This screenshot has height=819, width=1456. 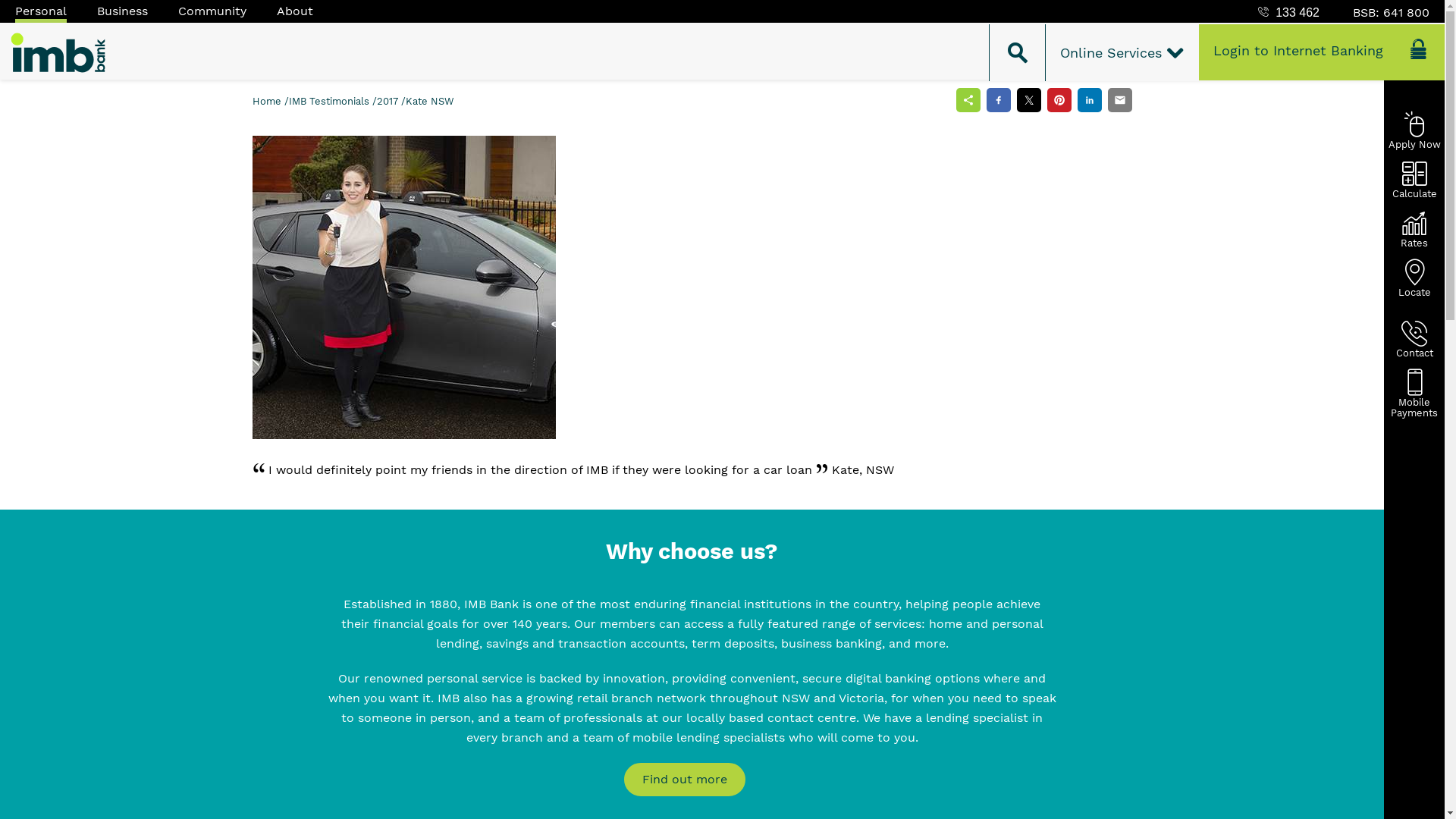 What do you see at coordinates (1414, 278) in the screenshot?
I see `'Locate'` at bounding box center [1414, 278].